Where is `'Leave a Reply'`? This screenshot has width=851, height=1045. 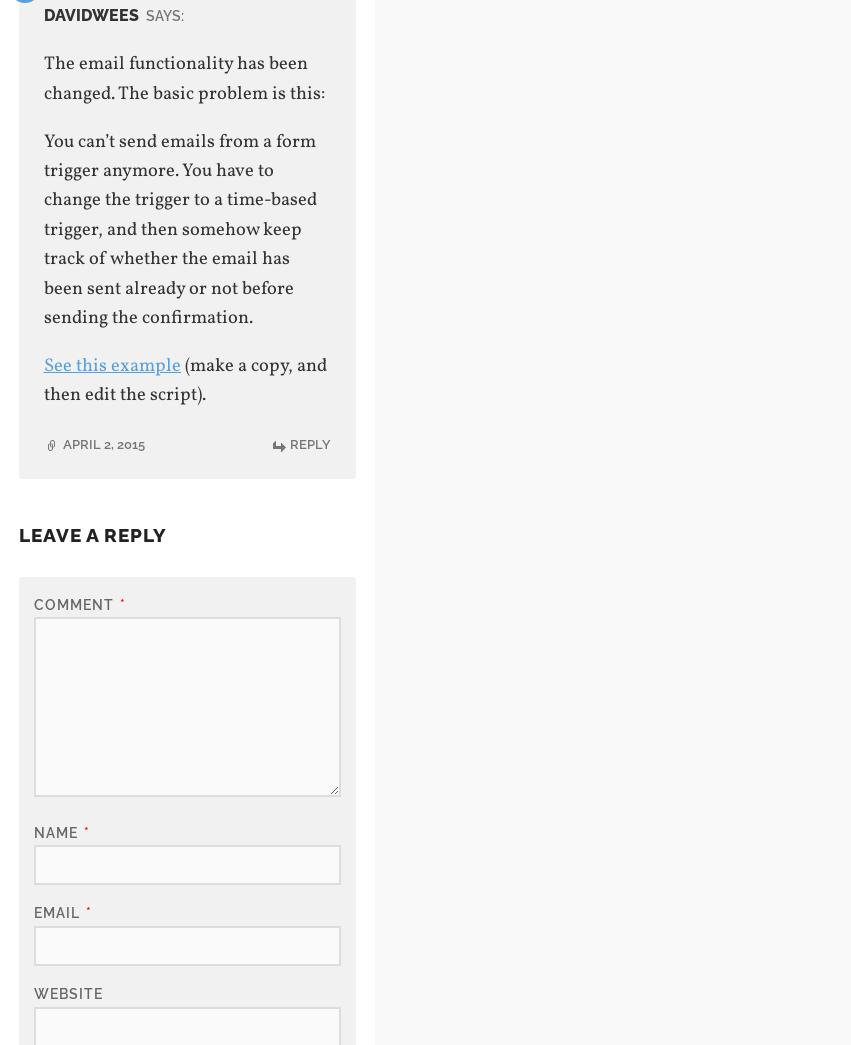
'Leave a Reply' is located at coordinates (90, 533).